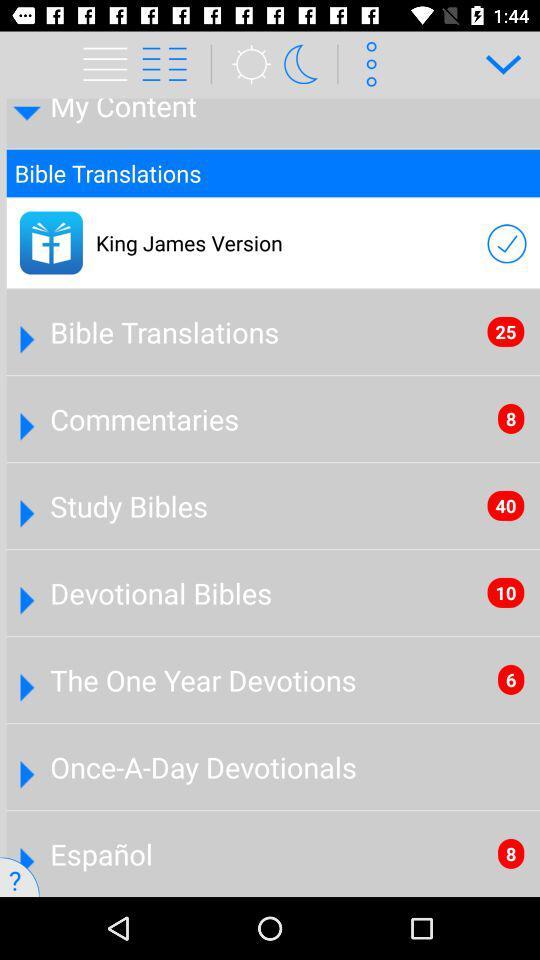  I want to click on the expand_more icon, so click(495, 64).